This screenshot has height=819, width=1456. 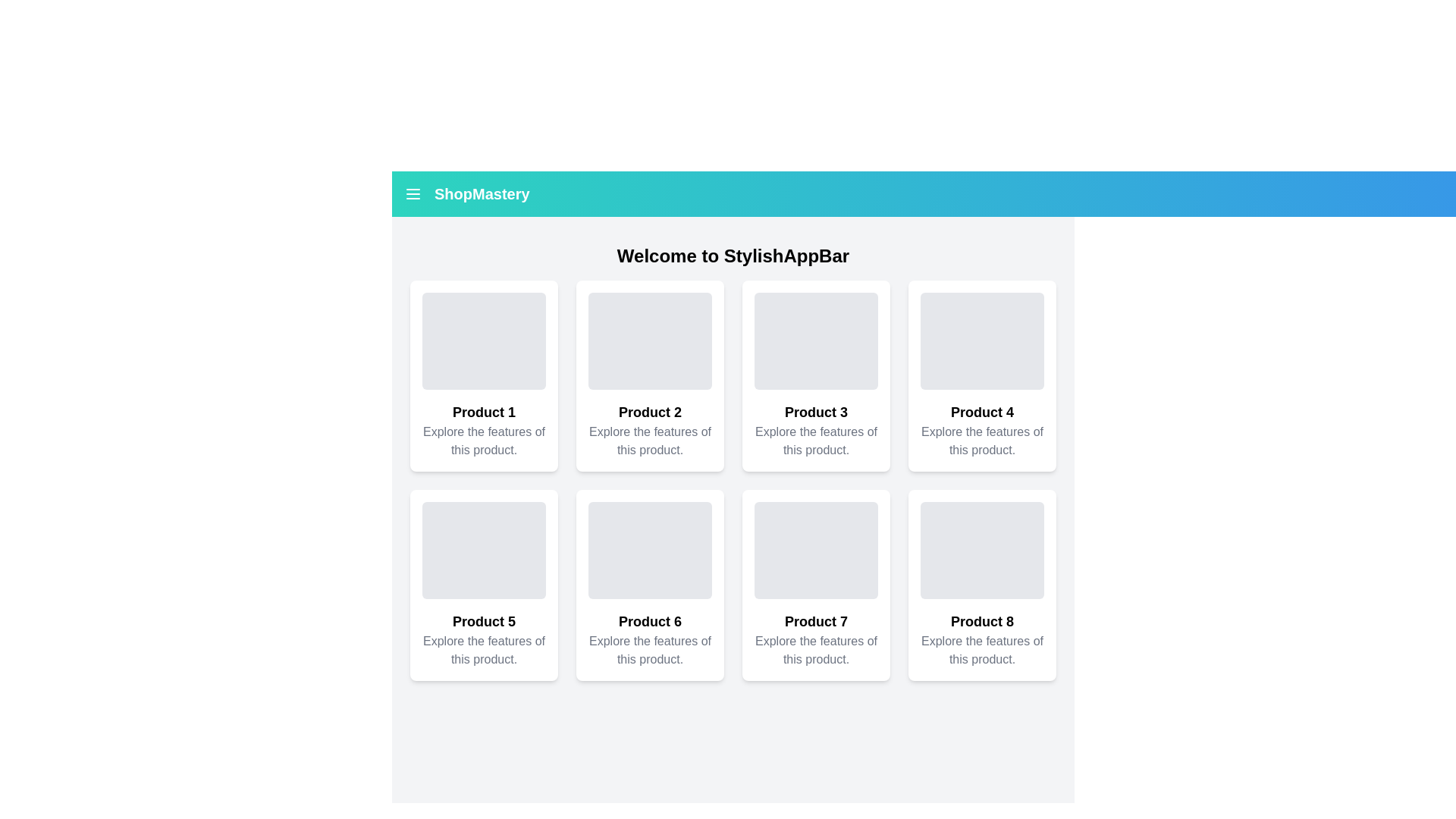 What do you see at coordinates (815, 550) in the screenshot?
I see `the image placeholder for 'Product 7' located at the top of its card in the eCommerce application interface` at bounding box center [815, 550].